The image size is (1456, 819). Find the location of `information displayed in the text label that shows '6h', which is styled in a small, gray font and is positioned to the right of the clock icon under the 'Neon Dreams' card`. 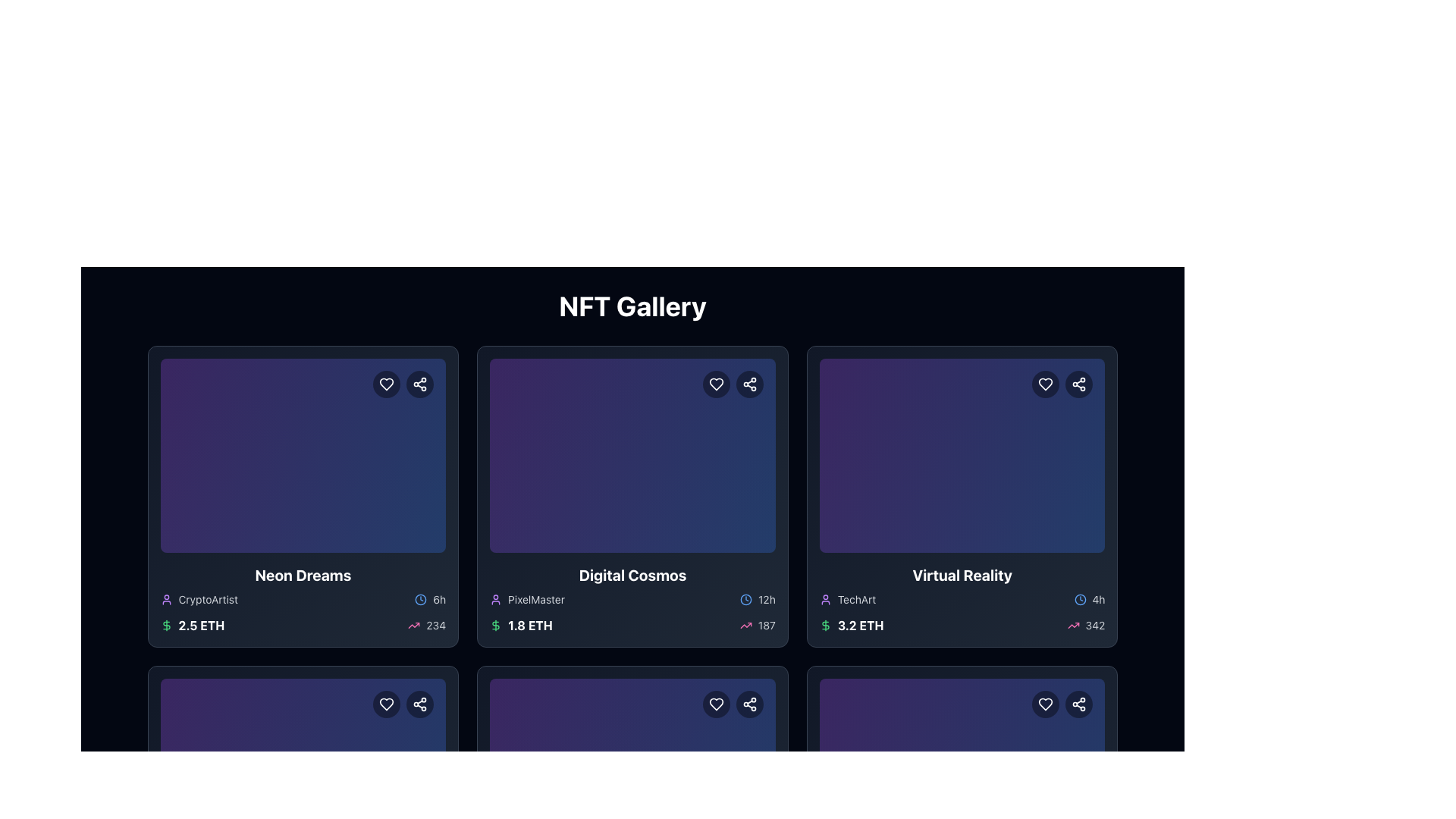

information displayed in the text label that shows '6h', which is styled in a small, gray font and is positioned to the right of the clock icon under the 'Neon Dreams' card is located at coordinates (438, 598).